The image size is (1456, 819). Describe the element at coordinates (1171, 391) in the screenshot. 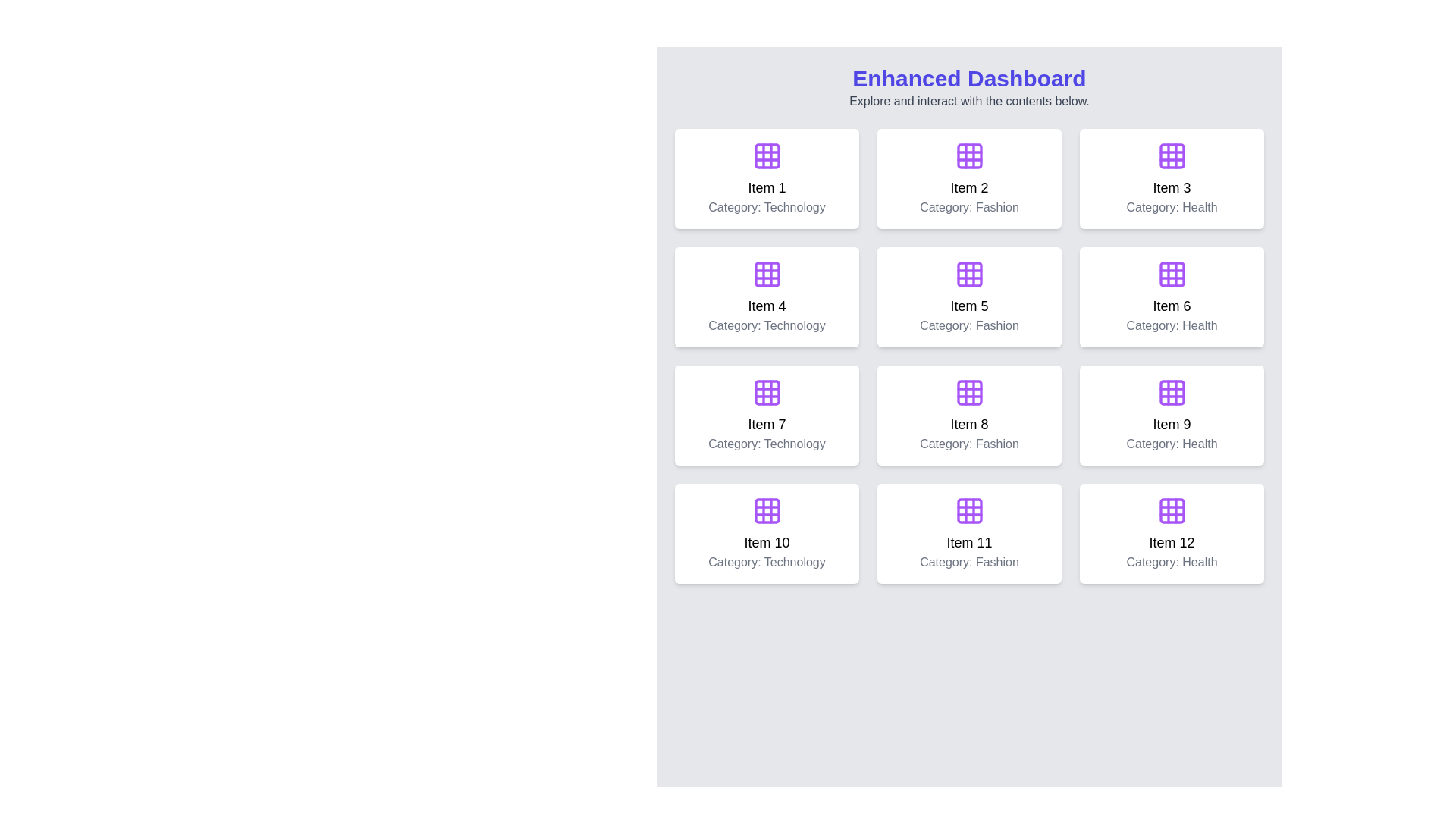

I see `square with rounded corners located at the center of the purple-themed 3x3 grid icon representing 'Item 9' under the 'Health' category` at that location.